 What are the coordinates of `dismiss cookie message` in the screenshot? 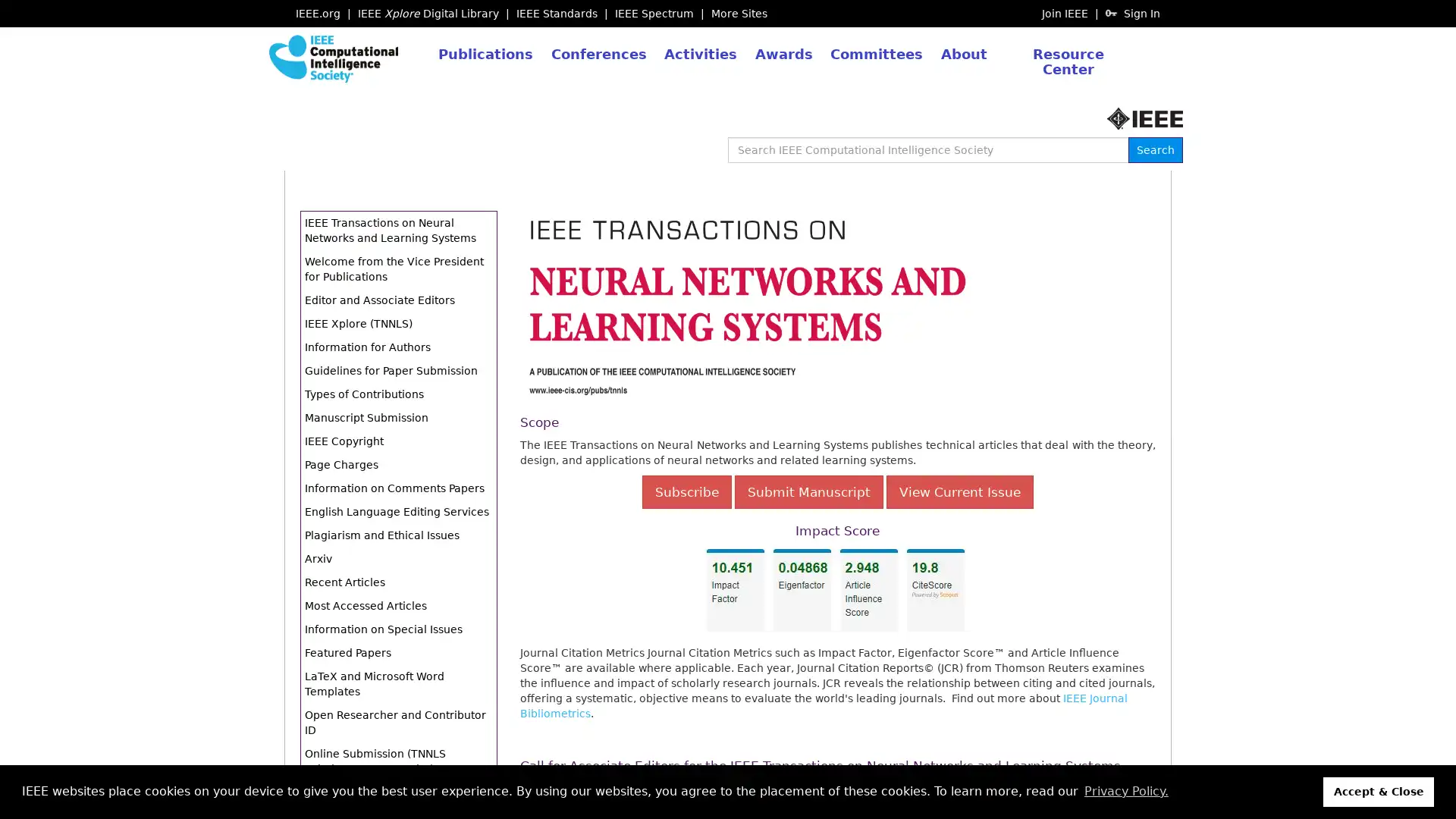 It's located at (1379, 791).